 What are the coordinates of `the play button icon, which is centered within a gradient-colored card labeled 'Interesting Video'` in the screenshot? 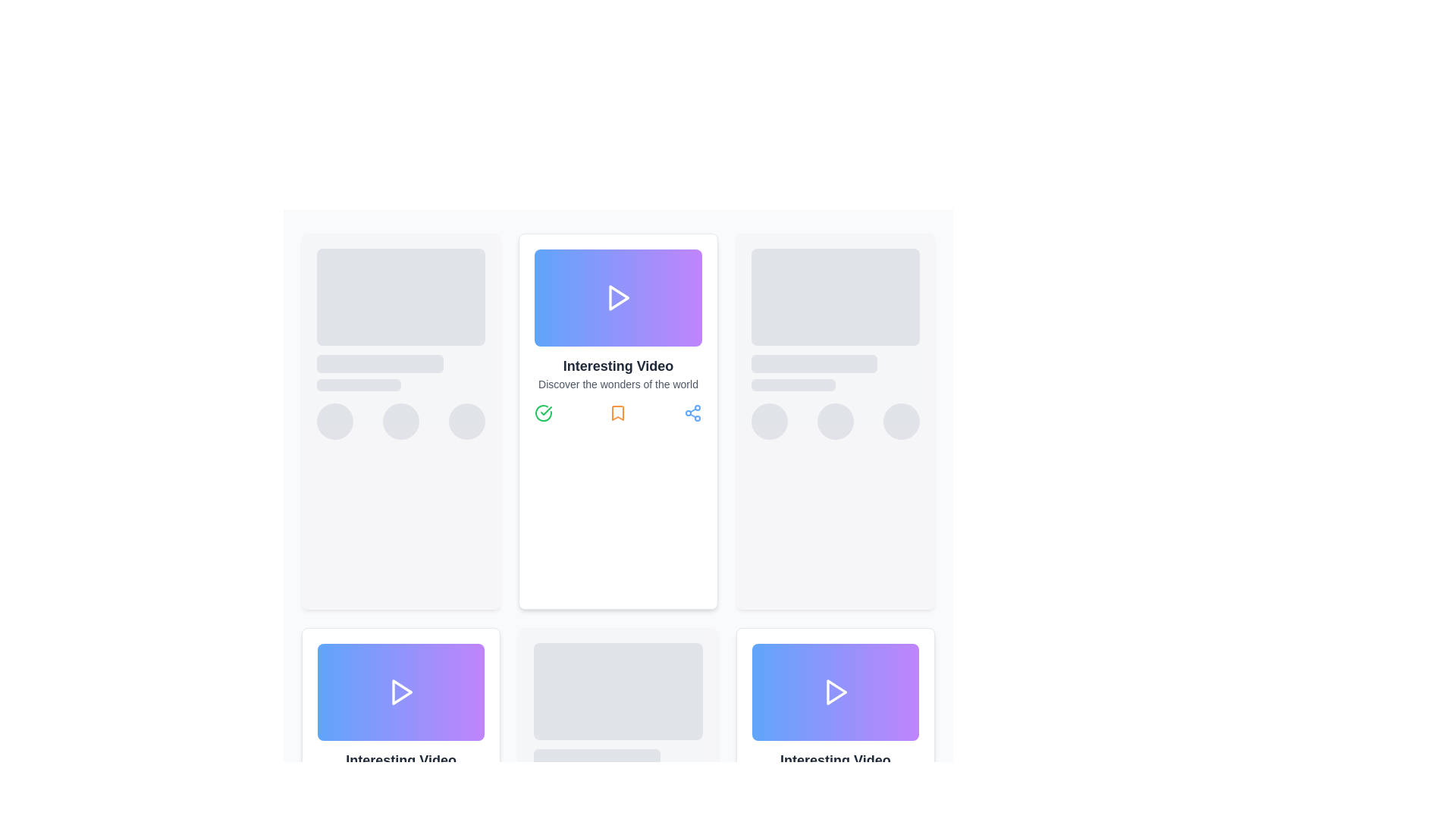 It's located at (834, 692).